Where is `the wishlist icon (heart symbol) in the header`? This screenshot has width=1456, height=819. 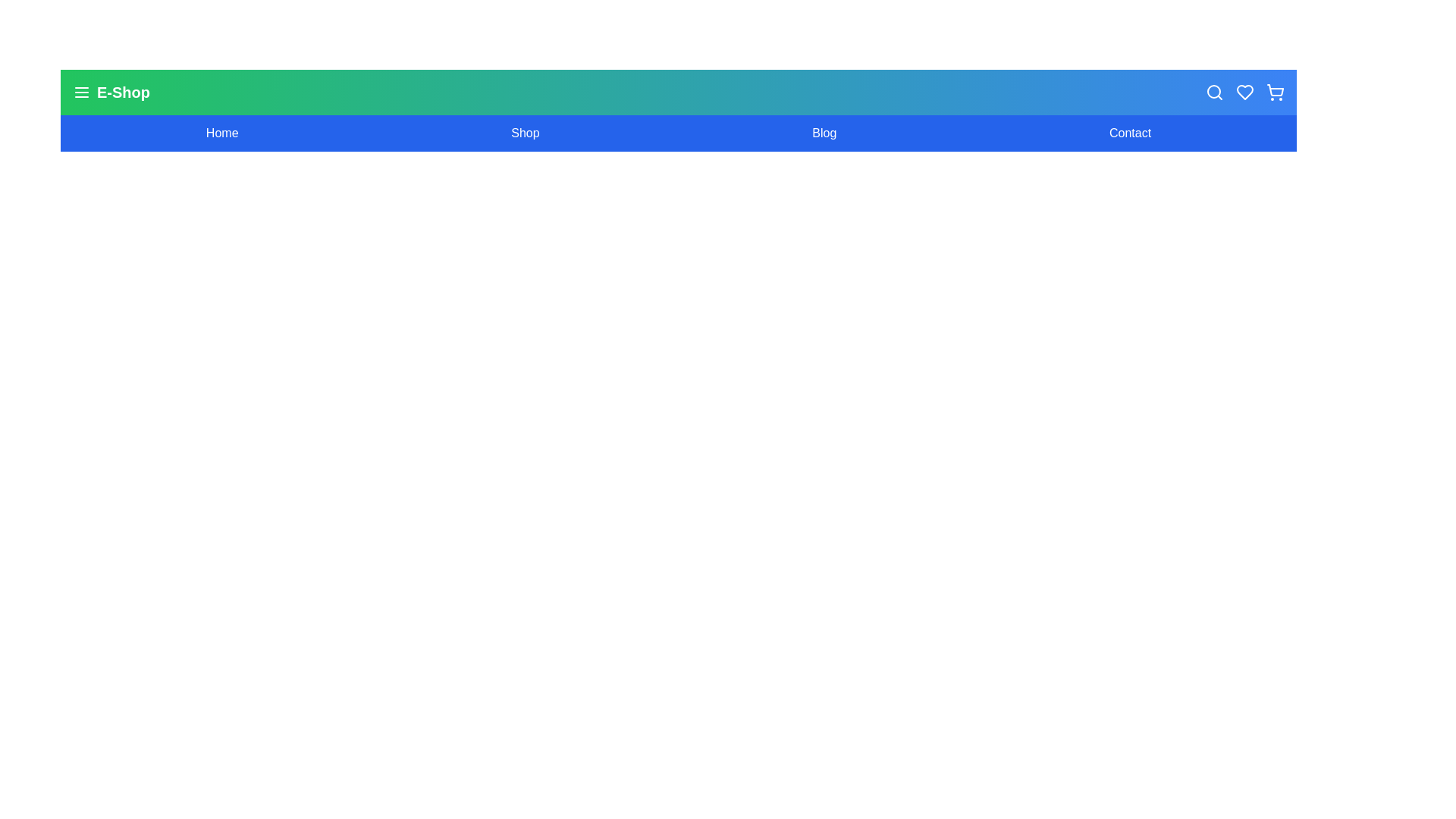 the wishlist icon (heart symbol) in the header is located at coordinates (1244, 93).